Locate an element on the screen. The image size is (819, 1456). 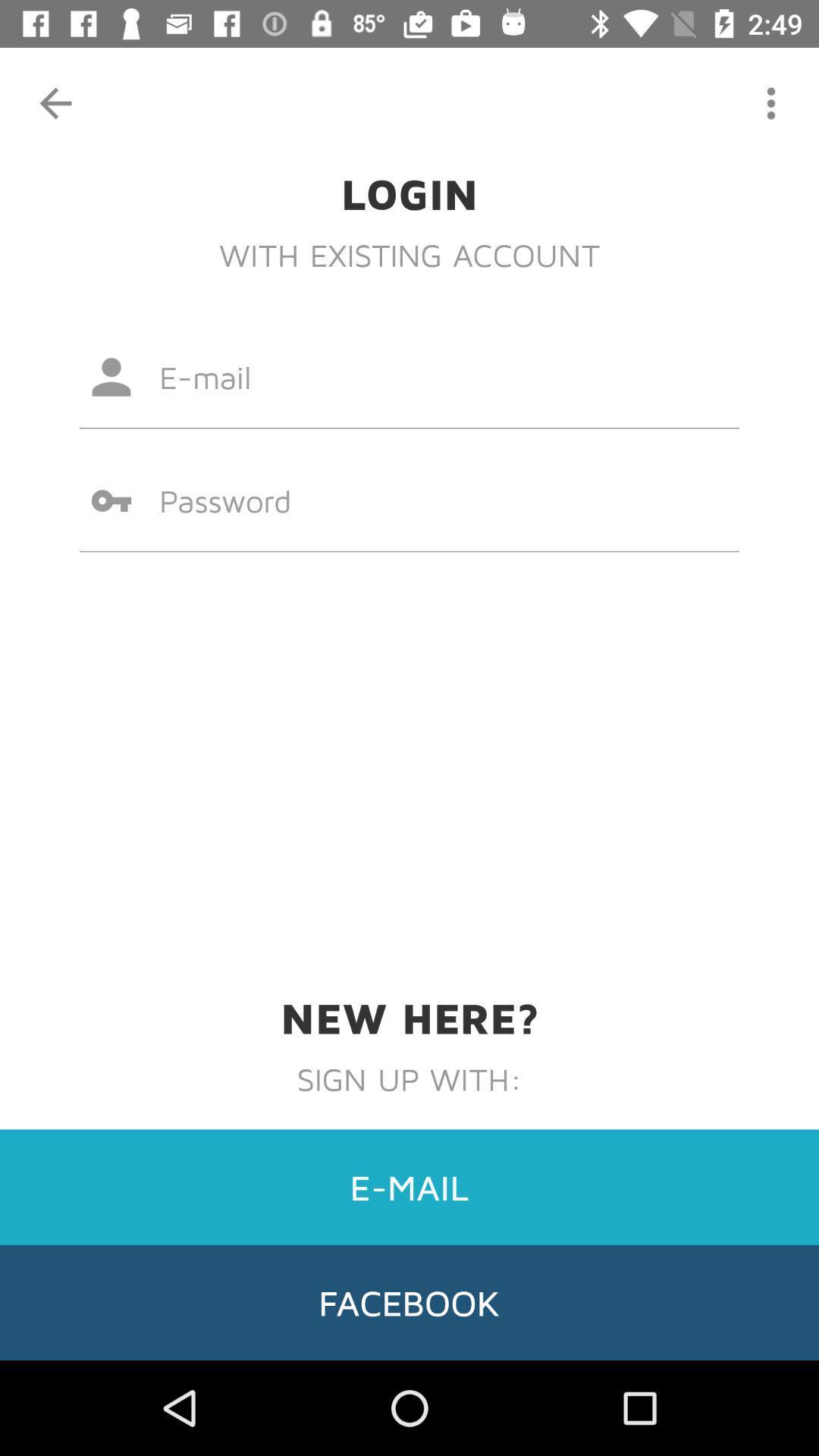
the icon at the top right corner is located at coordinates (771, 102).